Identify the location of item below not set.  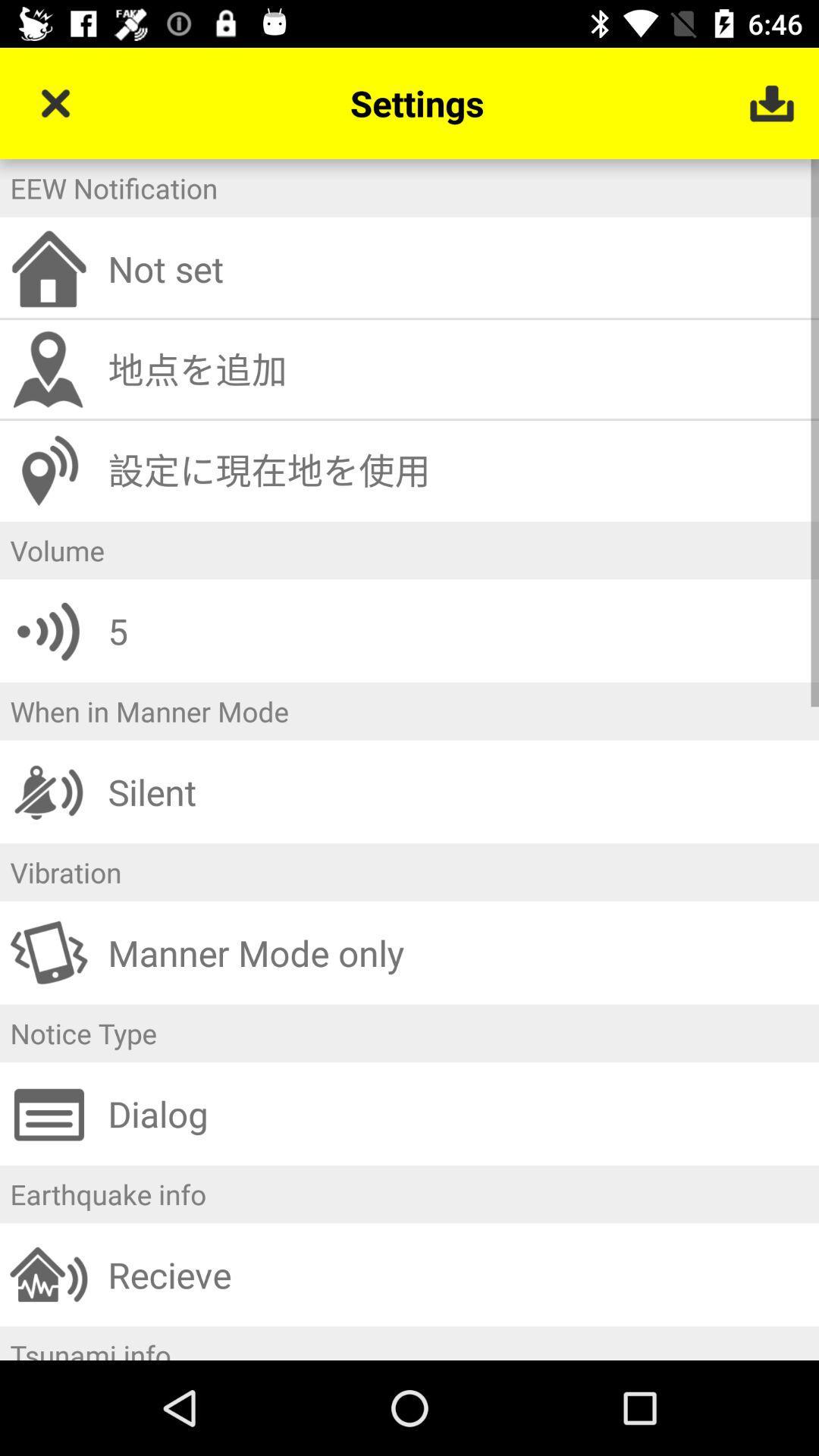
(457, 369).